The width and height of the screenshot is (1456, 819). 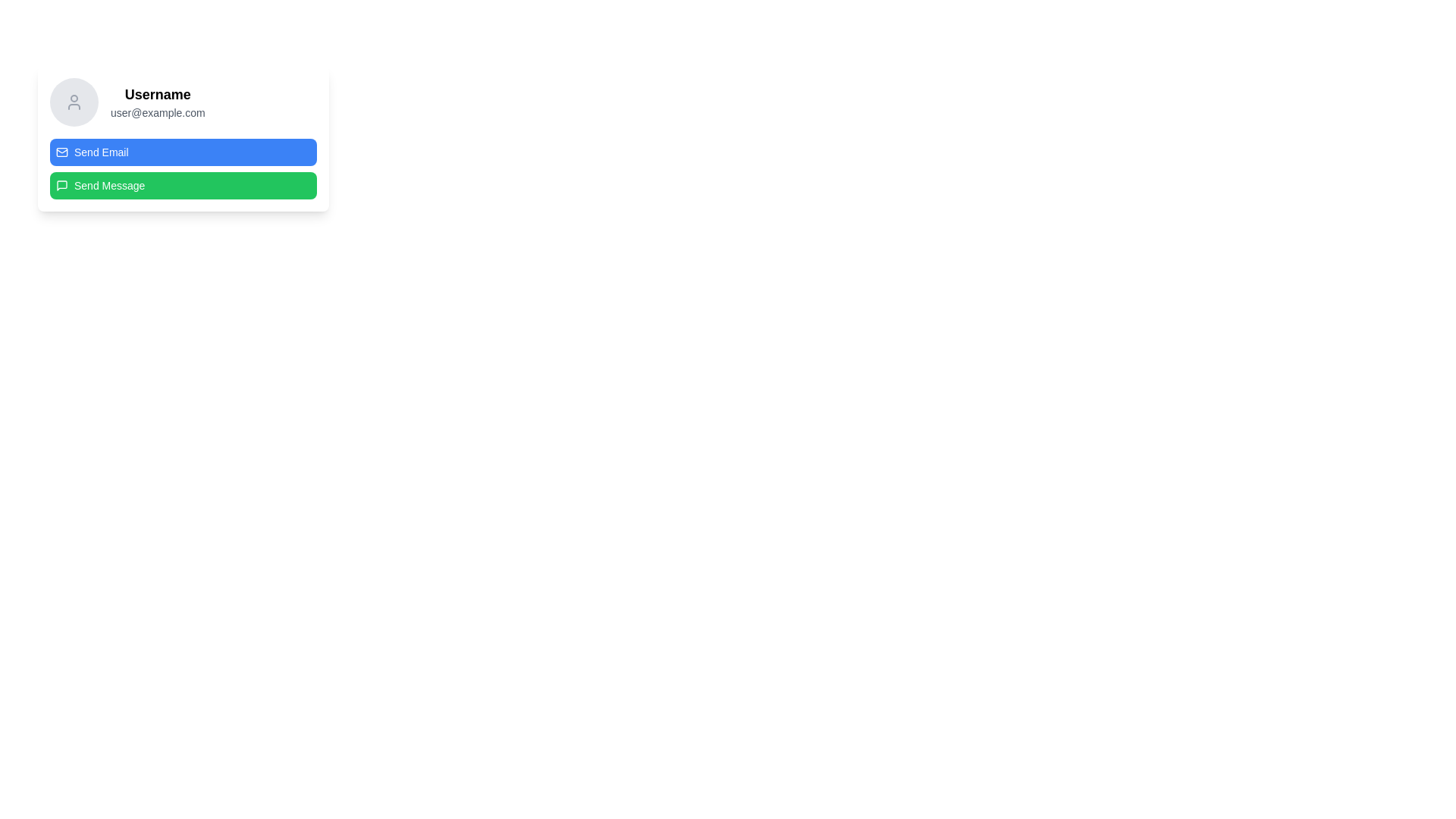 I want to click on the static text element displaying the email address 'user@example.com', which is styled in a smaller gray font and is positioned directly below the 'Username' label, so click(x=158, y=112).